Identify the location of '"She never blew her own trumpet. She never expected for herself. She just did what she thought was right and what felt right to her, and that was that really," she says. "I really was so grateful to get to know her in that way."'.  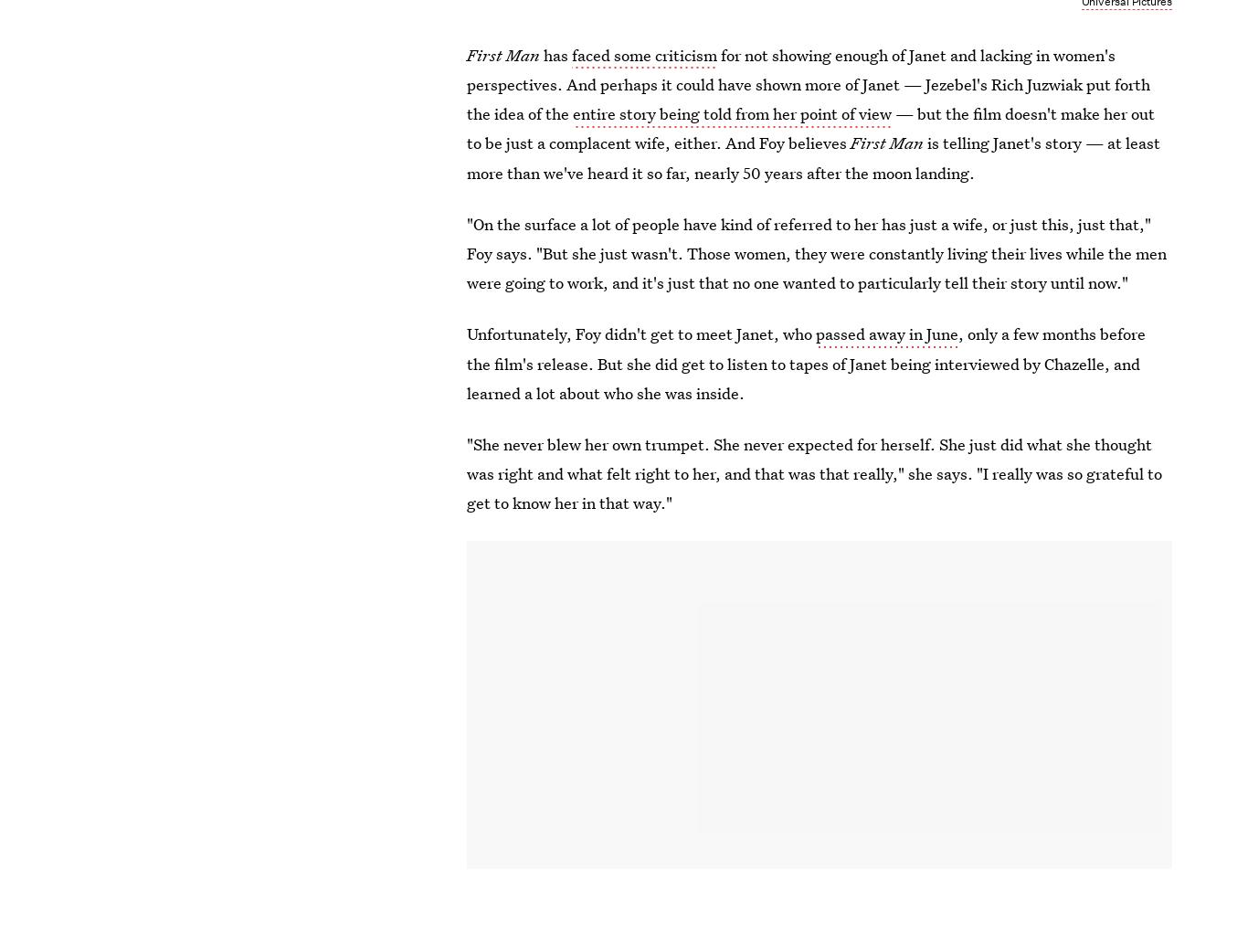
(813, 473).